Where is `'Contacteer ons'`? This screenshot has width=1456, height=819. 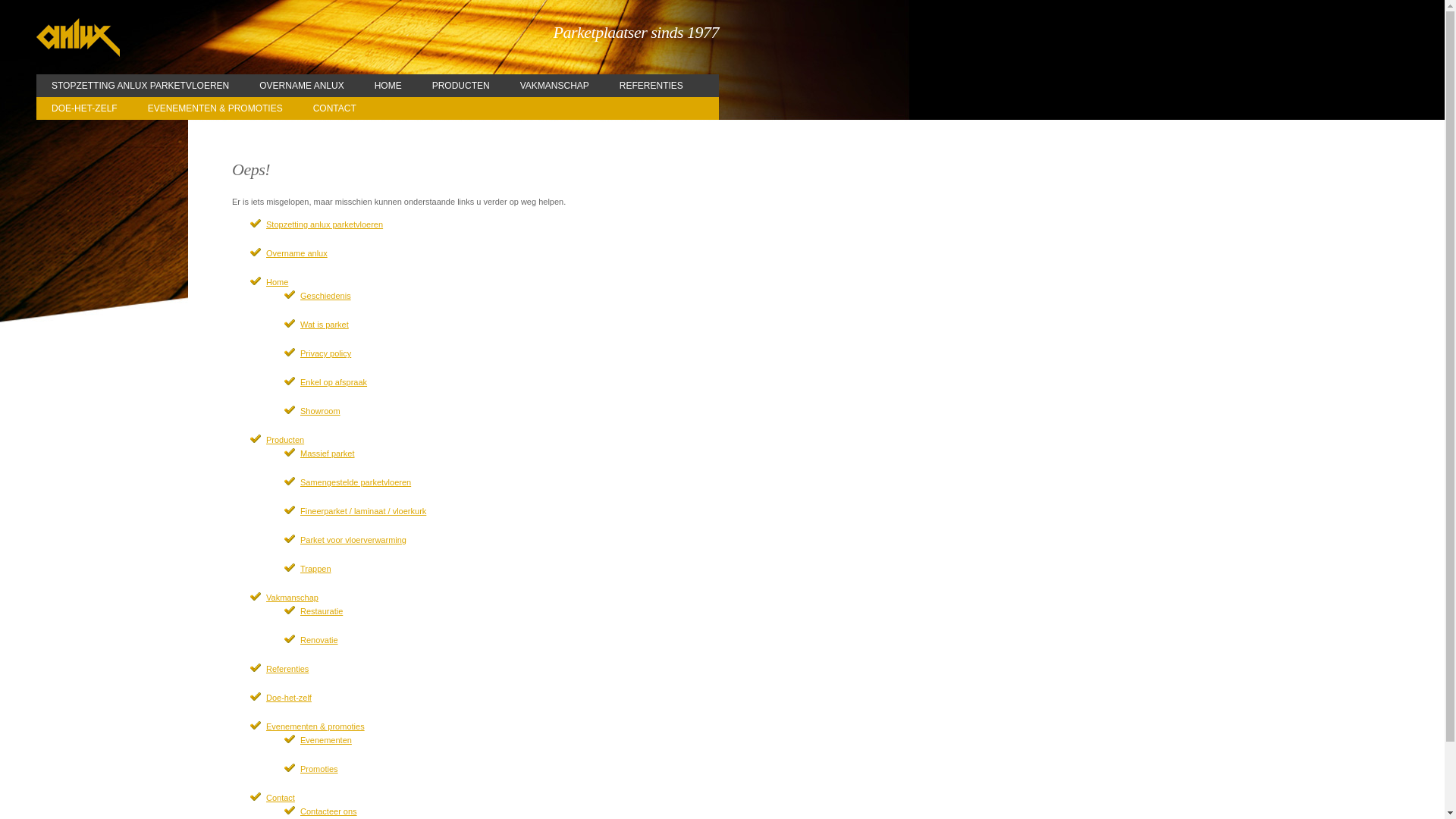 'Contacteer ons' is located at coordinates (300, 810).